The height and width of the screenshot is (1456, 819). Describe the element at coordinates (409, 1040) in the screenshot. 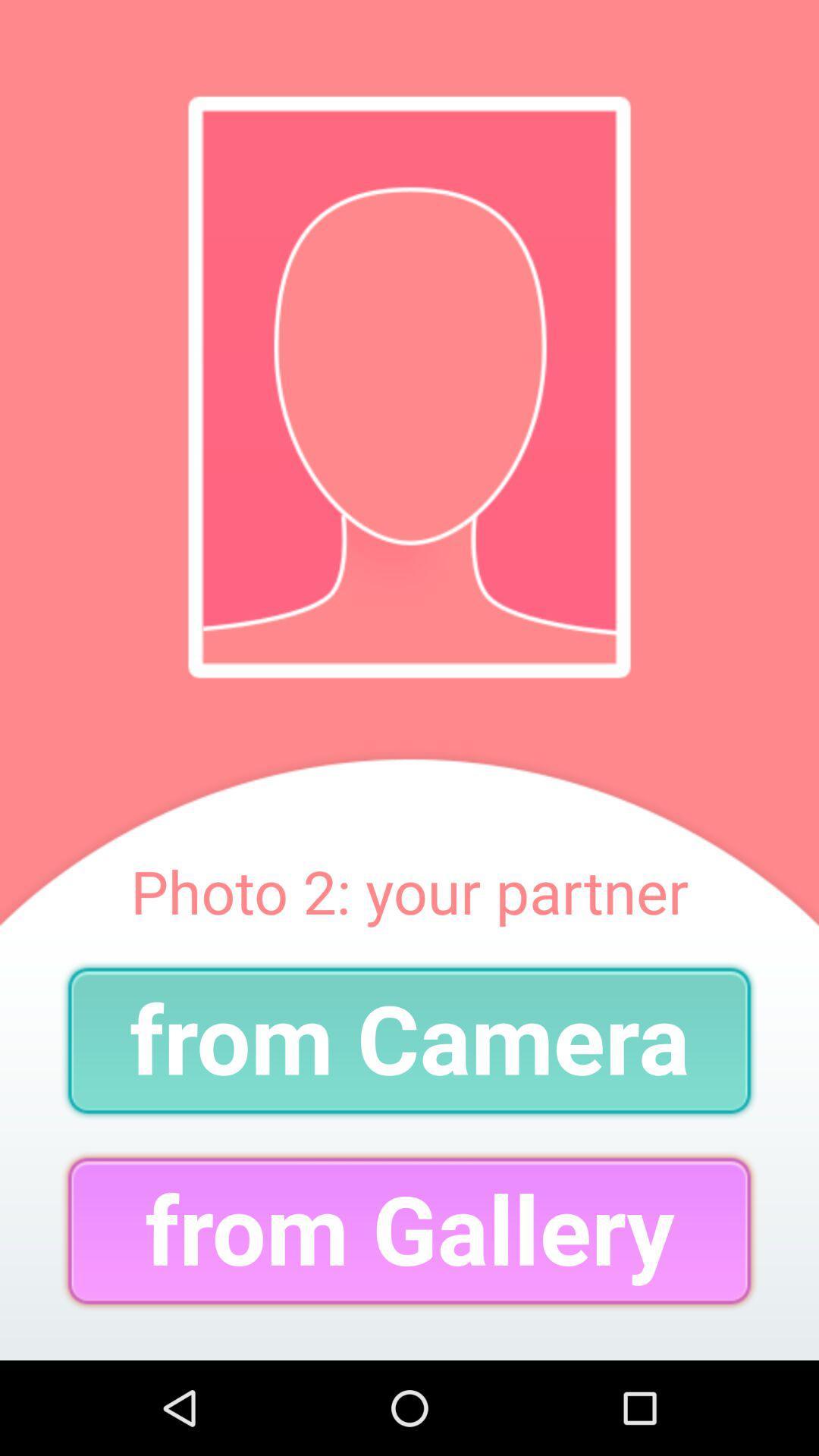

I see `item above from gallery icon` at that location.